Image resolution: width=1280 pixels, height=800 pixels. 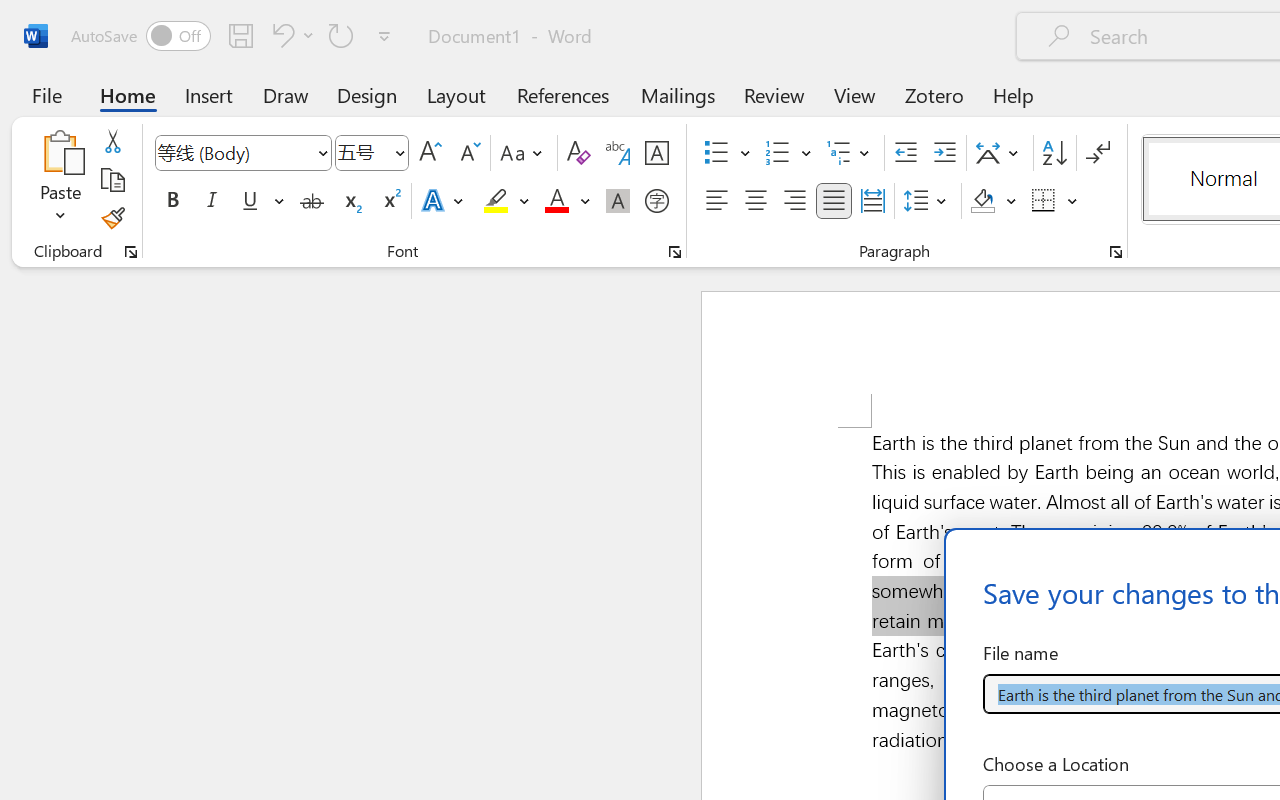 What do you see at coordinates (834, 201) in the screenshot?
I see `'Justify'` at bounding box center [834, 201].